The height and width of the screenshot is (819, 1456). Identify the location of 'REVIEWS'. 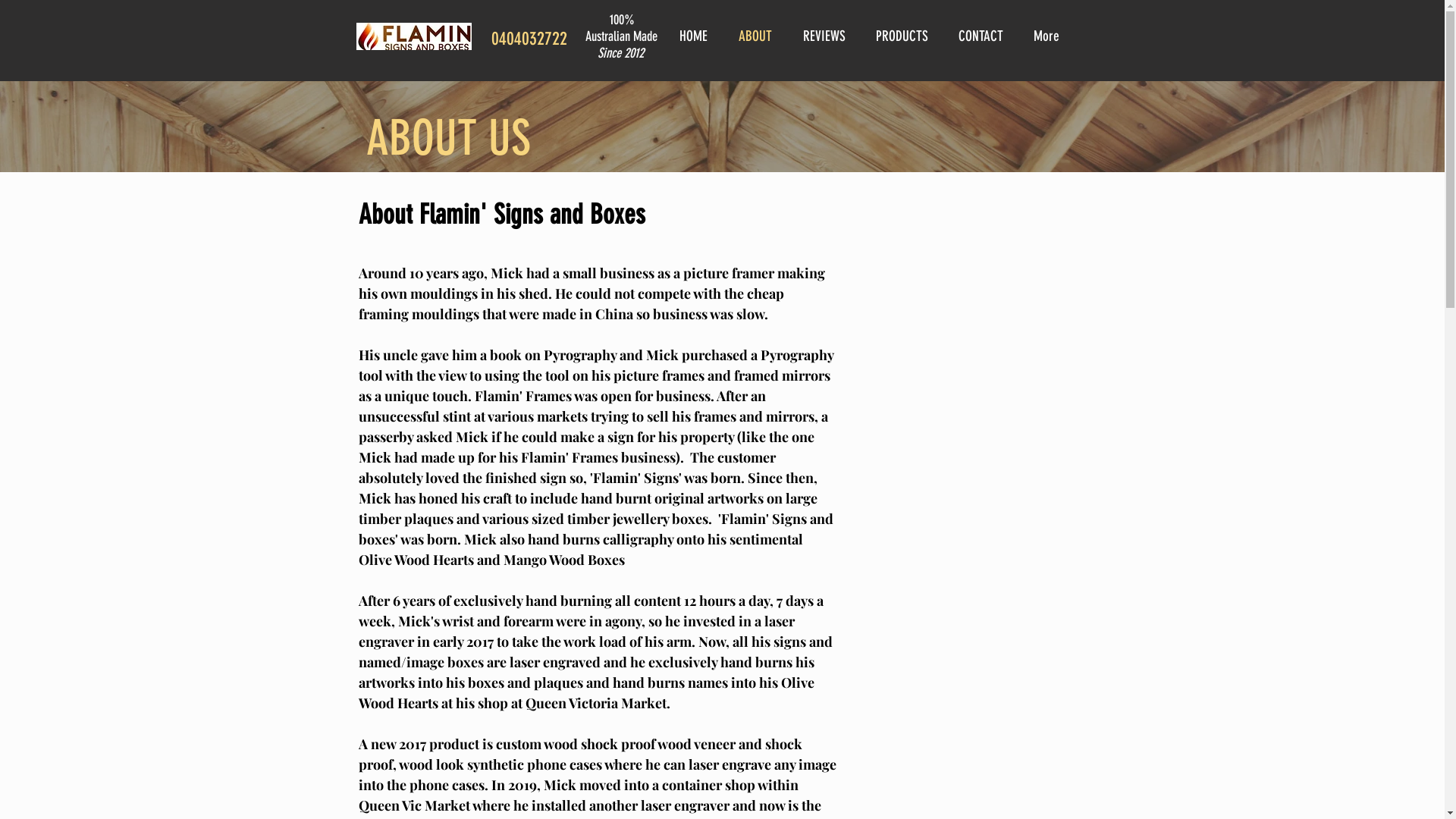
(827, 35).